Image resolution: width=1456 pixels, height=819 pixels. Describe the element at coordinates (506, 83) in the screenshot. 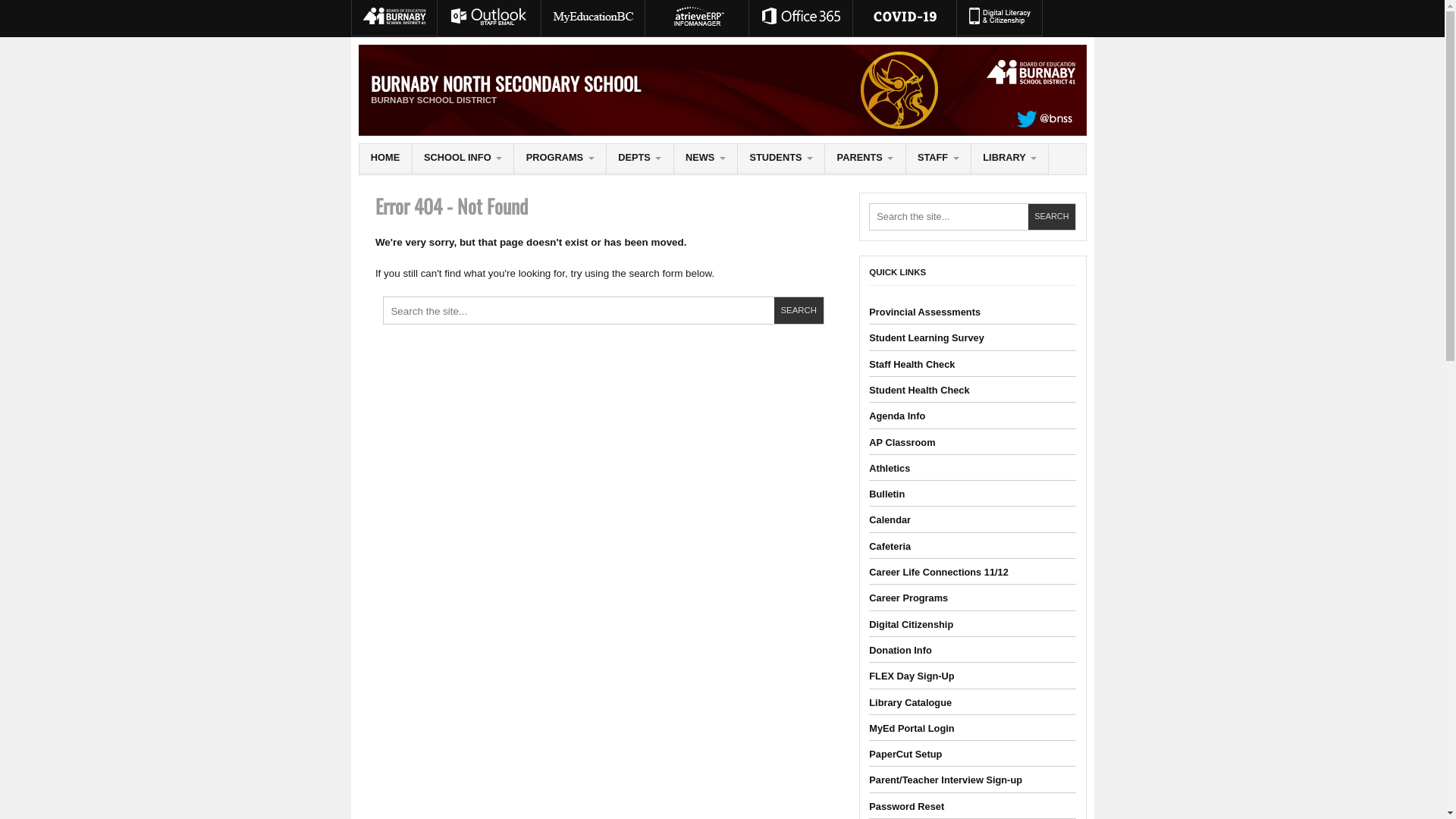

I see `'BURNABY NORTH SECONDARY SCHOOL'` at that location.